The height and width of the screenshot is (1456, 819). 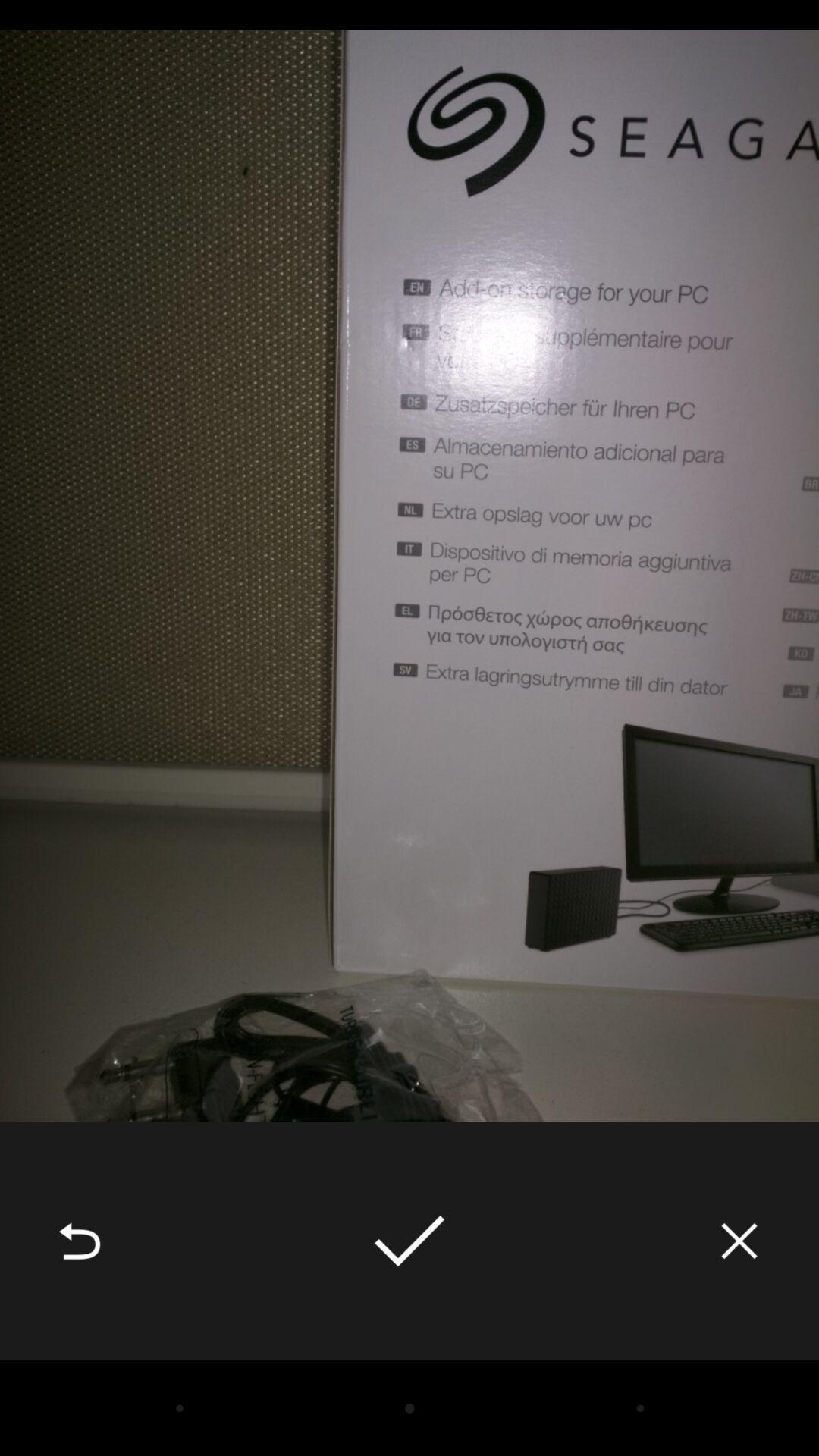 I want to click on the icon at the bottom left corner, so click(x=79, y=1241).